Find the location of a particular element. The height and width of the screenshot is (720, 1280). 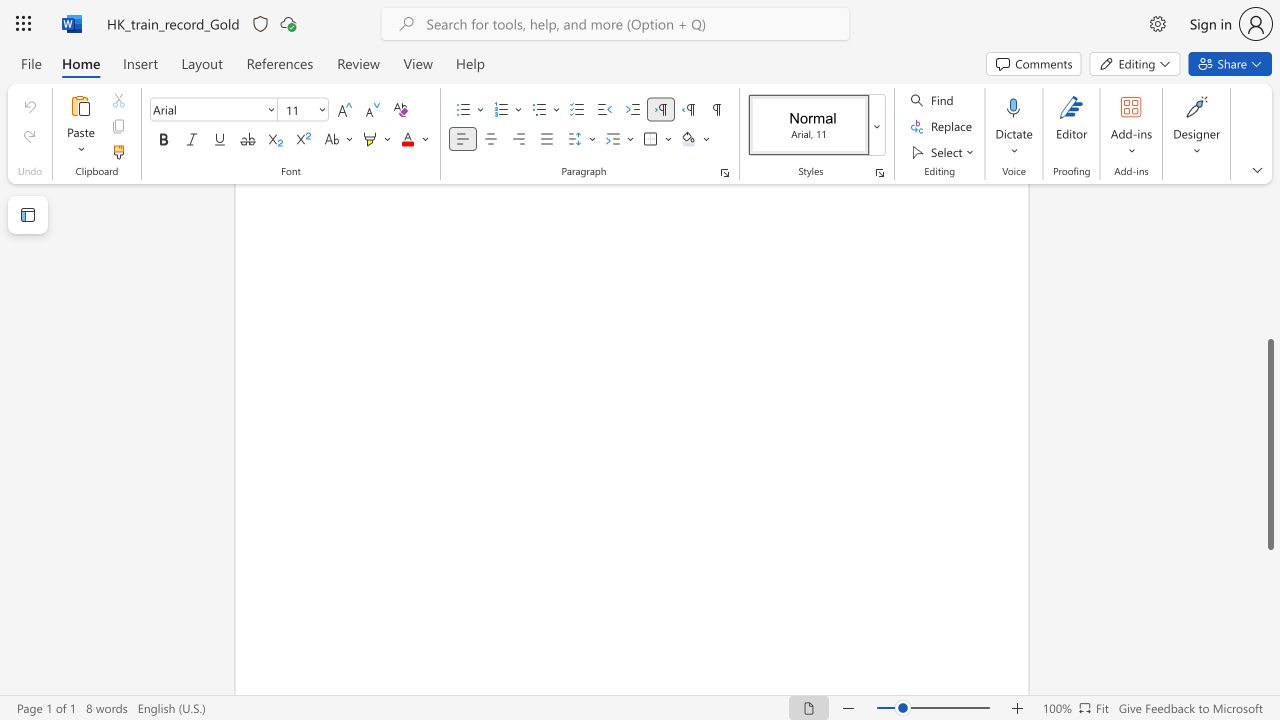

the scrollbar and move down 270 pixels is located at coordinates (1269, 443).